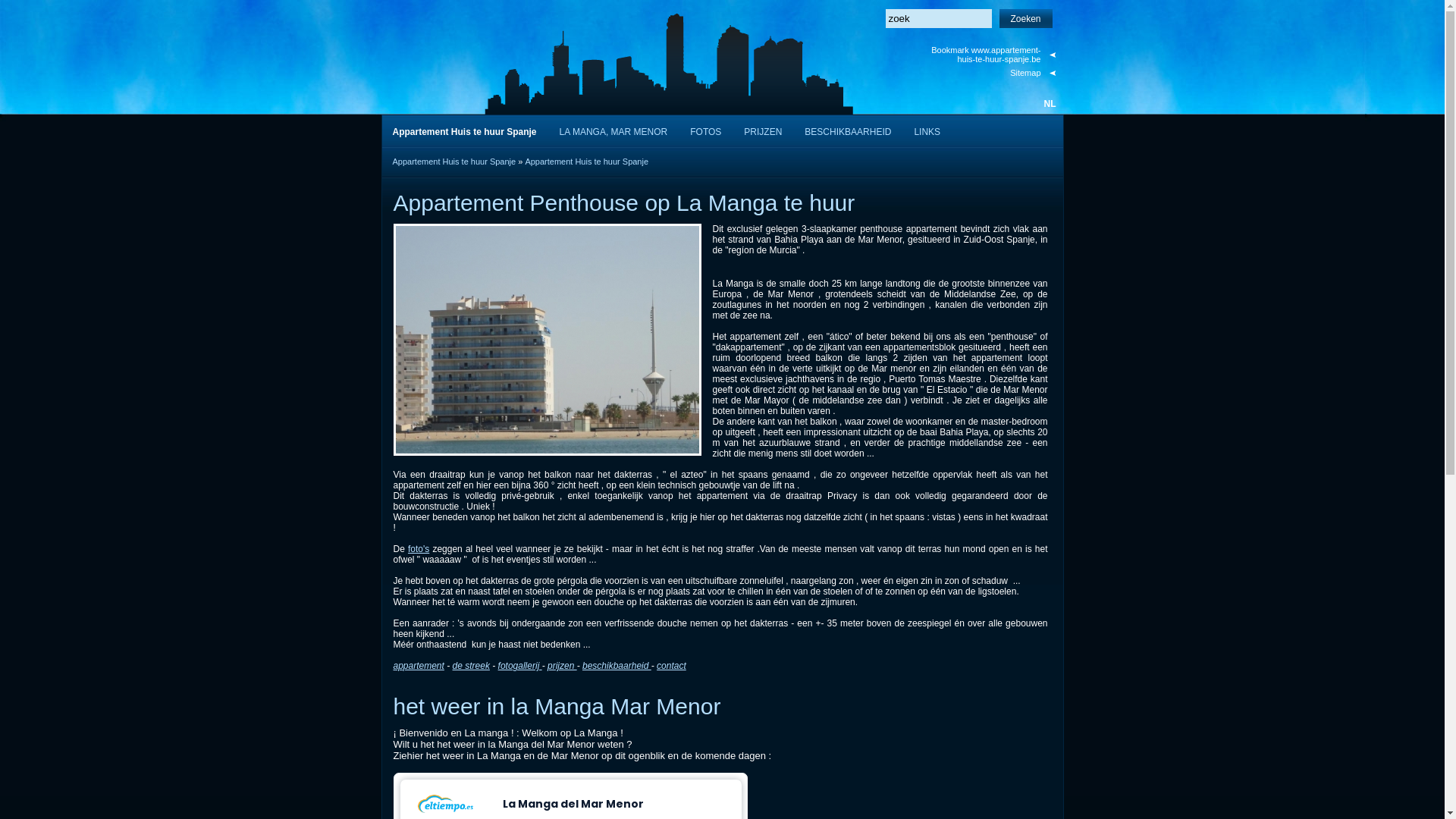 The image size is (1456, 819). I want to click on 'prijzen ', so click(546, 665).